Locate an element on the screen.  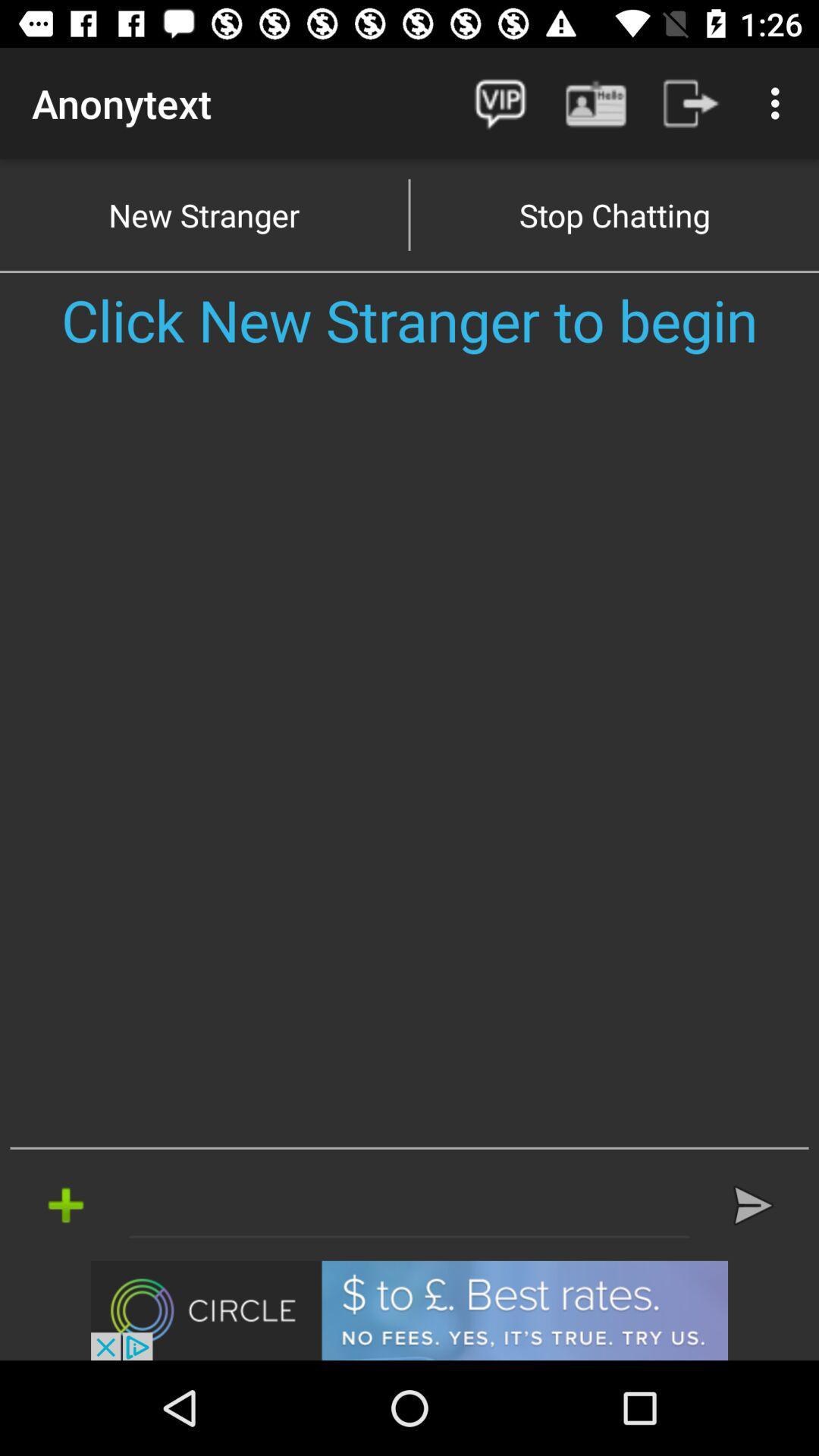
type search is located at coordinates (409, 1204).